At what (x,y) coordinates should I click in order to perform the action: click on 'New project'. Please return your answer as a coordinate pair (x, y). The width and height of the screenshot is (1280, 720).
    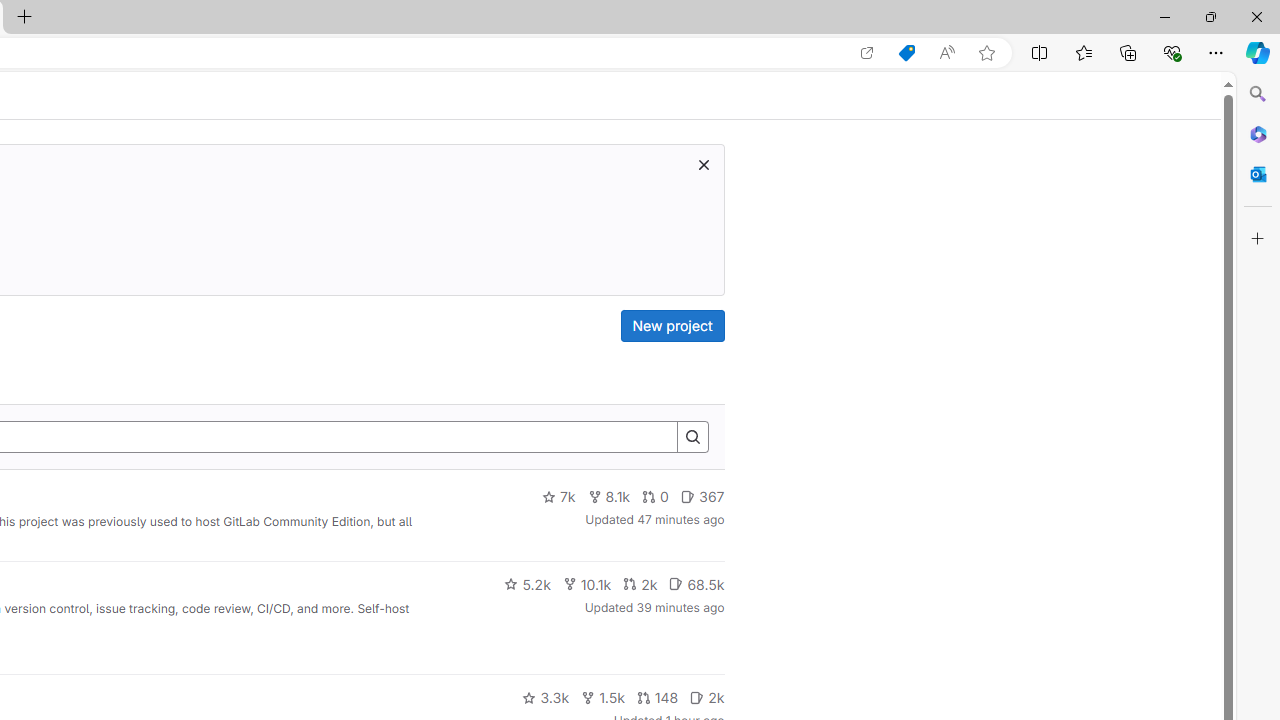
    Looking at the image, I should click on (672, 325).